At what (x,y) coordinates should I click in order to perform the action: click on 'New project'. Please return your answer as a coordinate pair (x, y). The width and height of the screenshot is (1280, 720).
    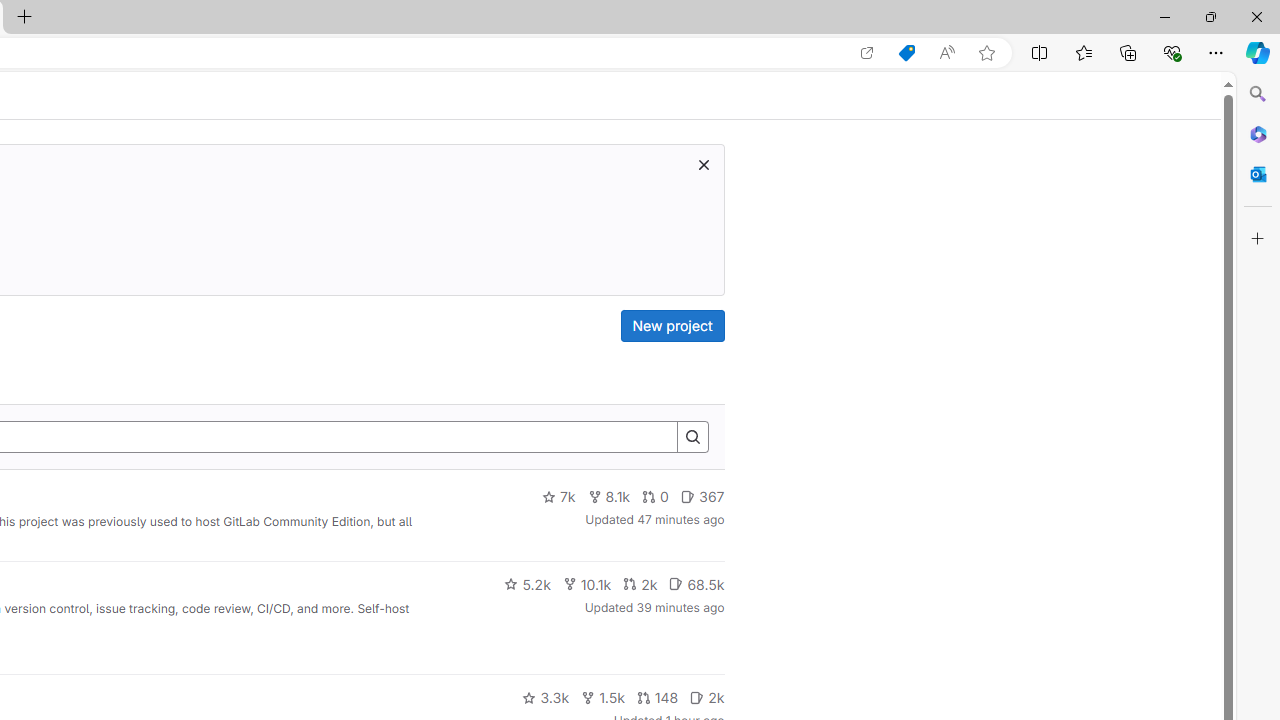
    Looking at the image, I should click on (672, 325).